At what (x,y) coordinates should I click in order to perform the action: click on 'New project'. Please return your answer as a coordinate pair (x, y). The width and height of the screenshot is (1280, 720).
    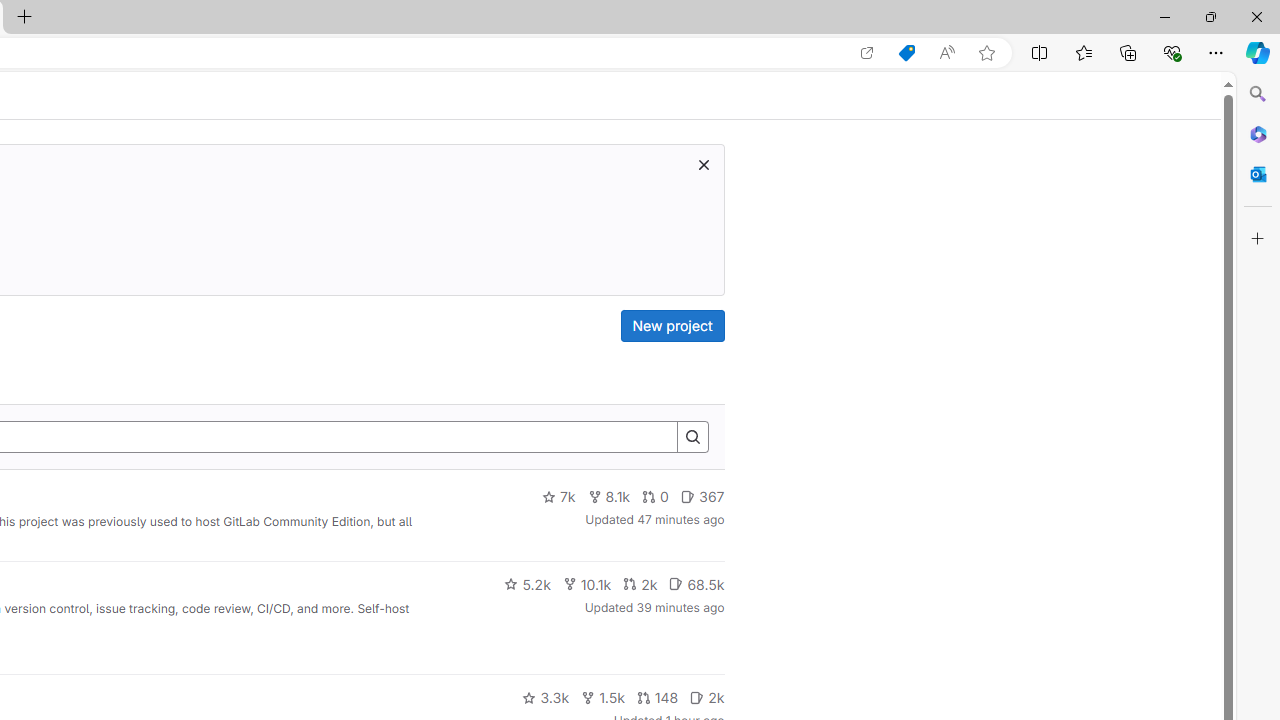
    Looking at the image, I should click on (672, 325).